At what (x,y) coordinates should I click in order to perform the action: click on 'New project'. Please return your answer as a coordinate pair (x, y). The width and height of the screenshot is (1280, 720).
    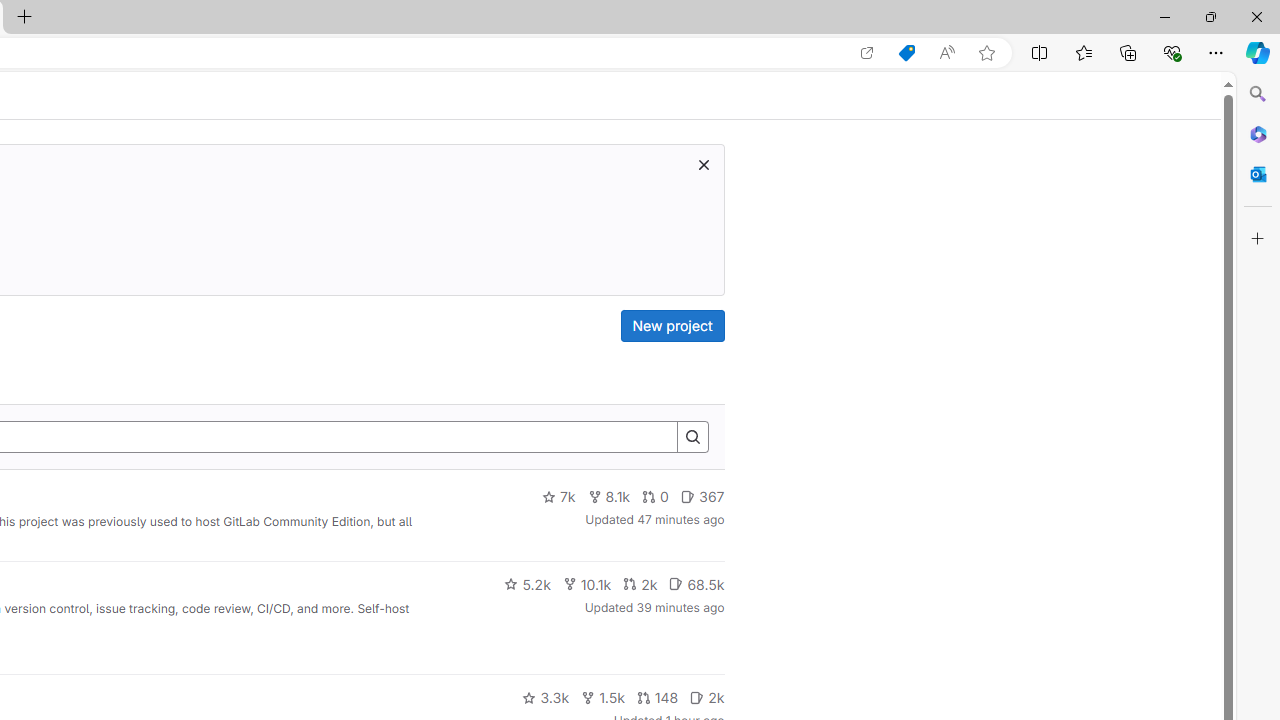
    Looking at the image, I should click on (672, 325).